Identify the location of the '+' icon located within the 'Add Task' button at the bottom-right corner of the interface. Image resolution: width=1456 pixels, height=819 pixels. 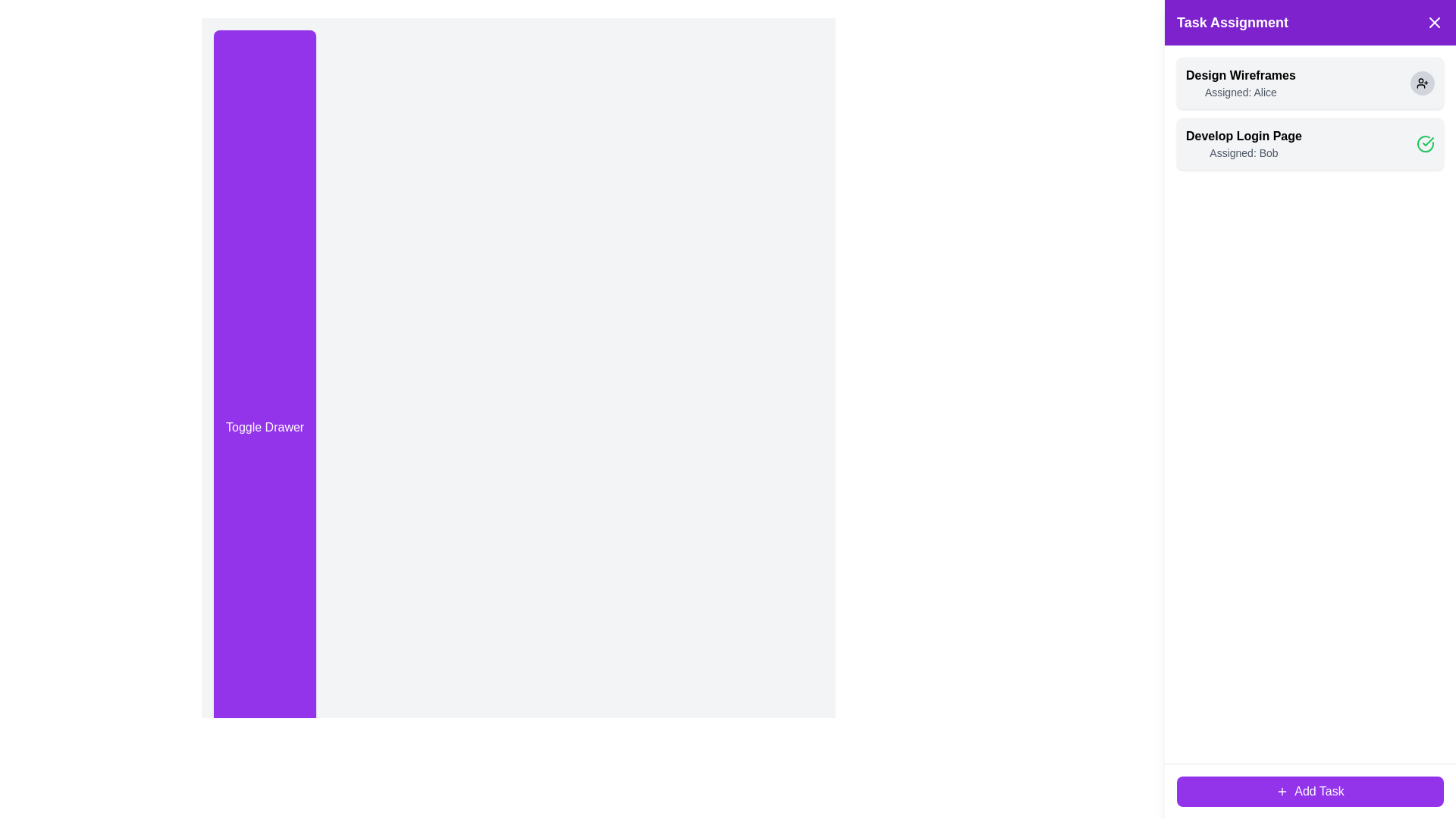
(1282, 791).